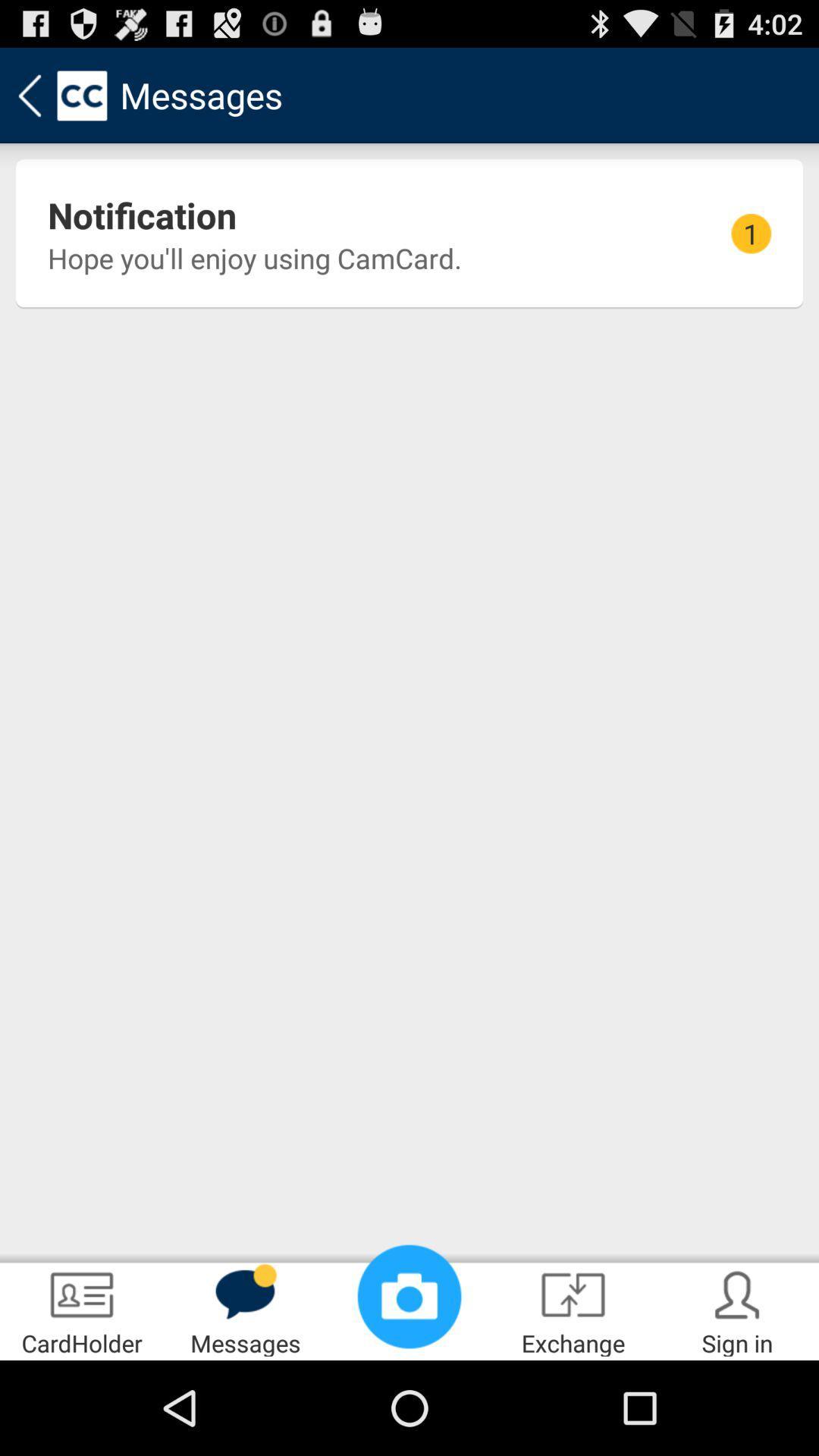 This screenshot has height=1456, width=819. I want to click on icon to the left of exchange item, so click(409, 1295).